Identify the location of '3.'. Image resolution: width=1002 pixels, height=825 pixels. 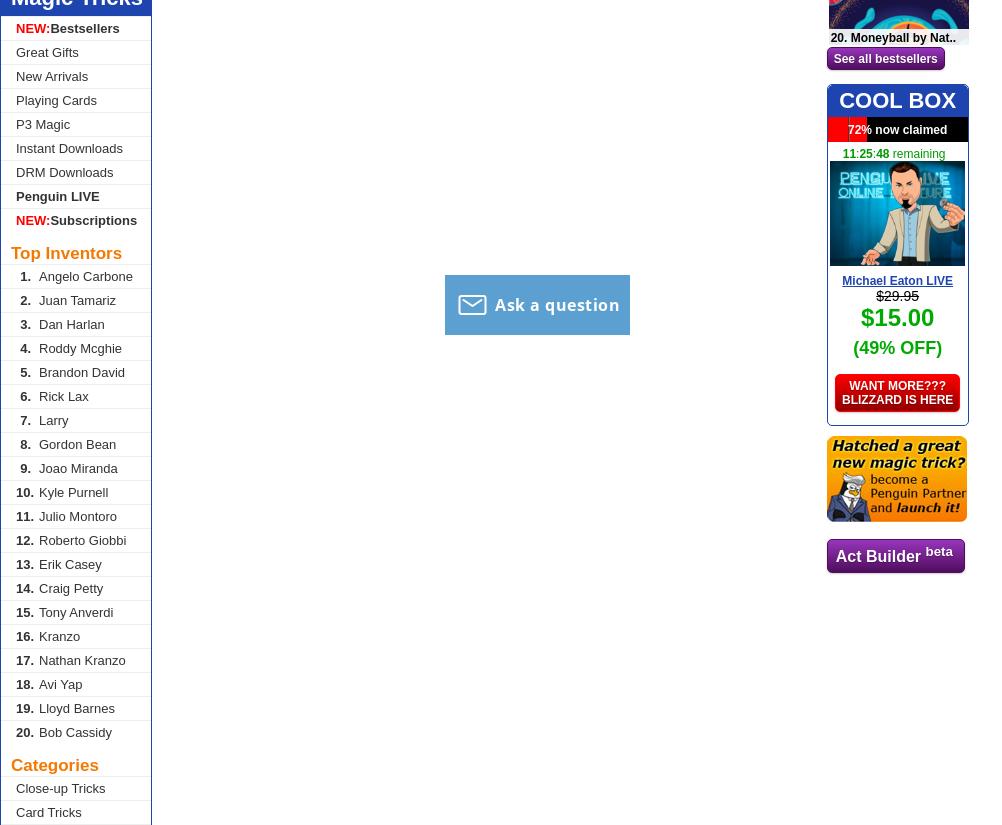
(25, 323).